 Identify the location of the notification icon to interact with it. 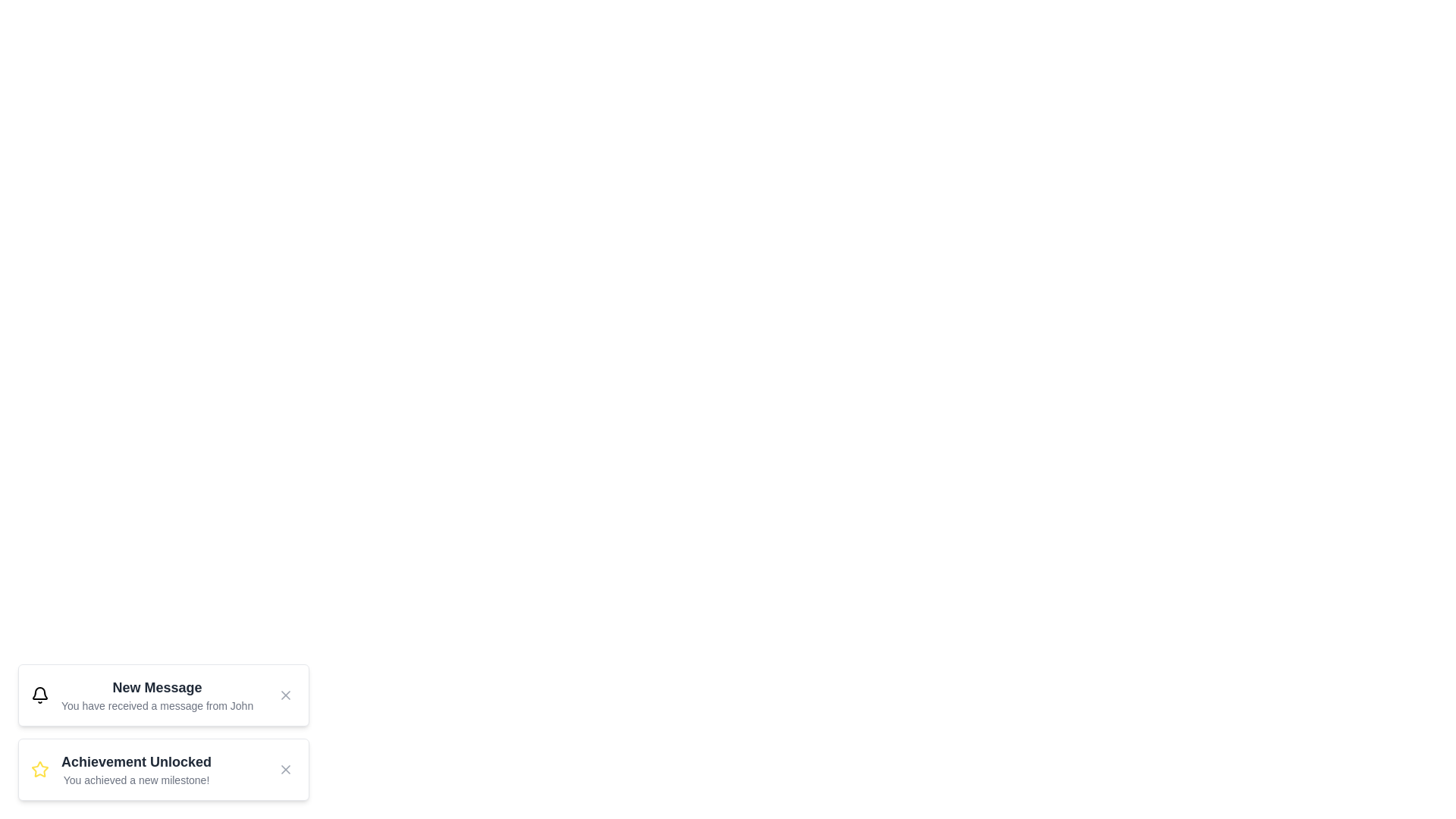
(39, 695).